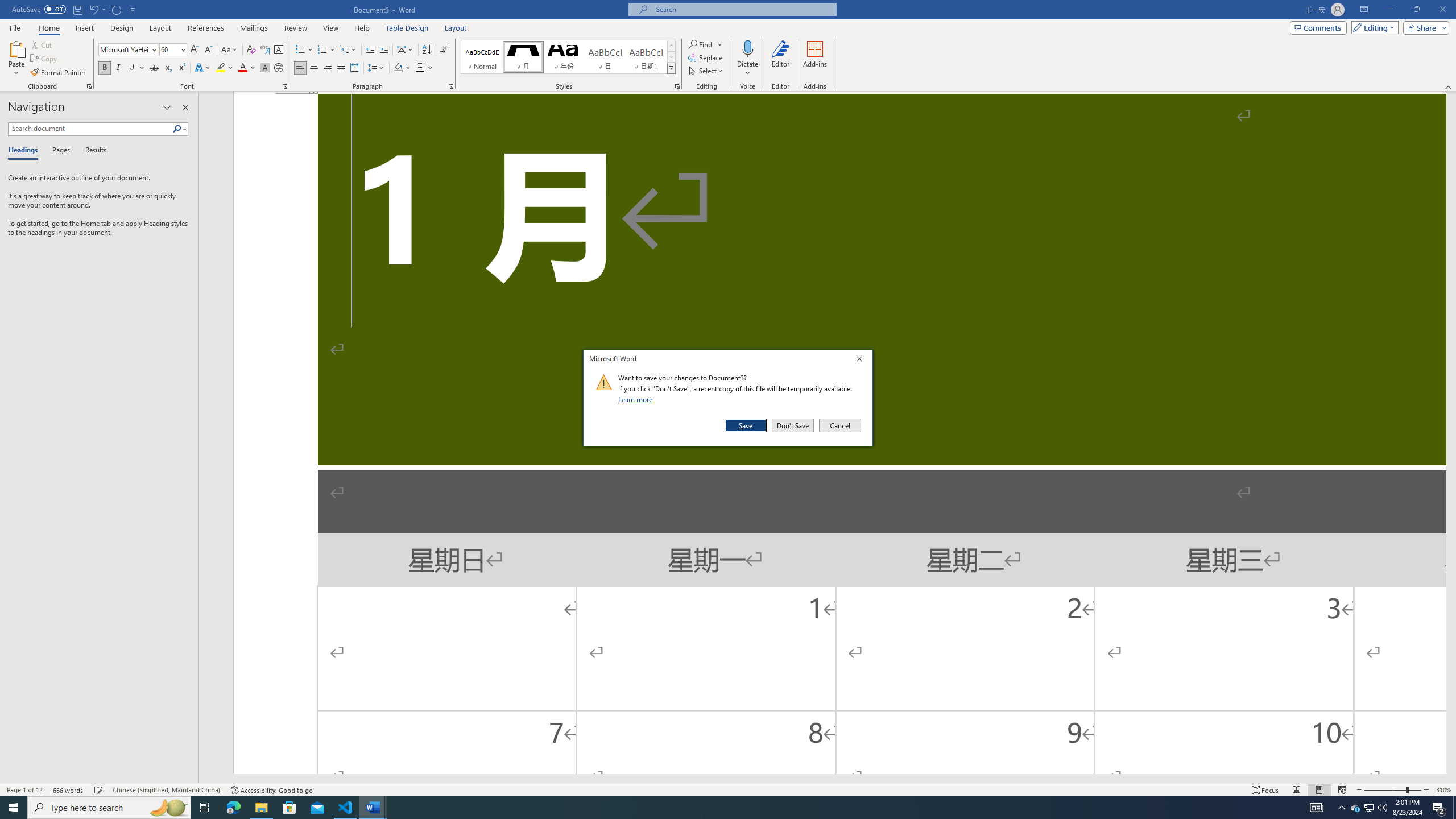 The image size is (1456, 819). What do you see at coordinates (1368, 806) in the screenshot?
I see `'User Promoted Notification Area'` at bounding box center [1368, 806].